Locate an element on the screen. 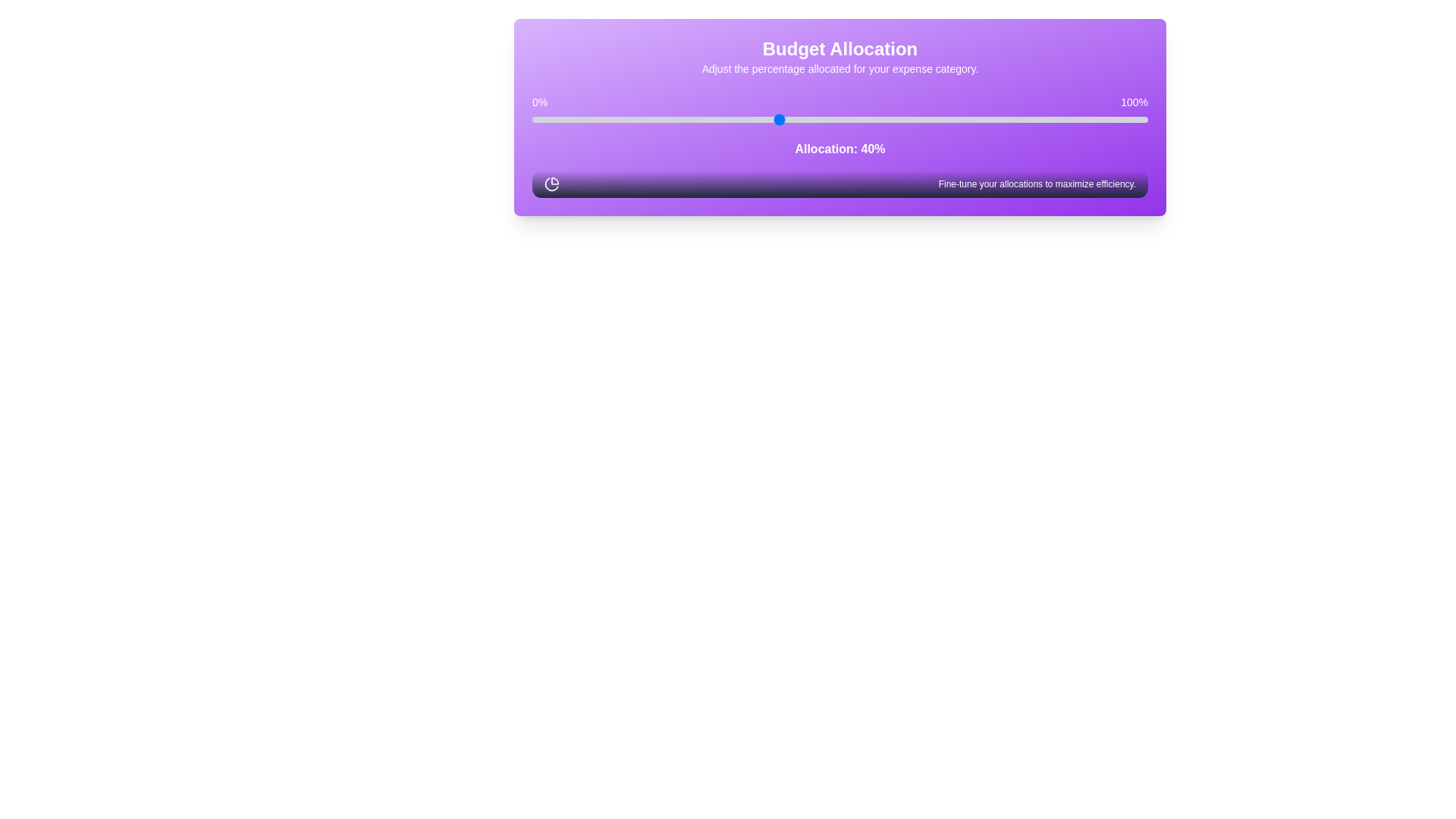 This screenshot has width=1456, height=819. the SVG pie chart icon located at the bottom-left of the purple background section, which has a white stroke and a modern design is located at coordinates (551, 184).